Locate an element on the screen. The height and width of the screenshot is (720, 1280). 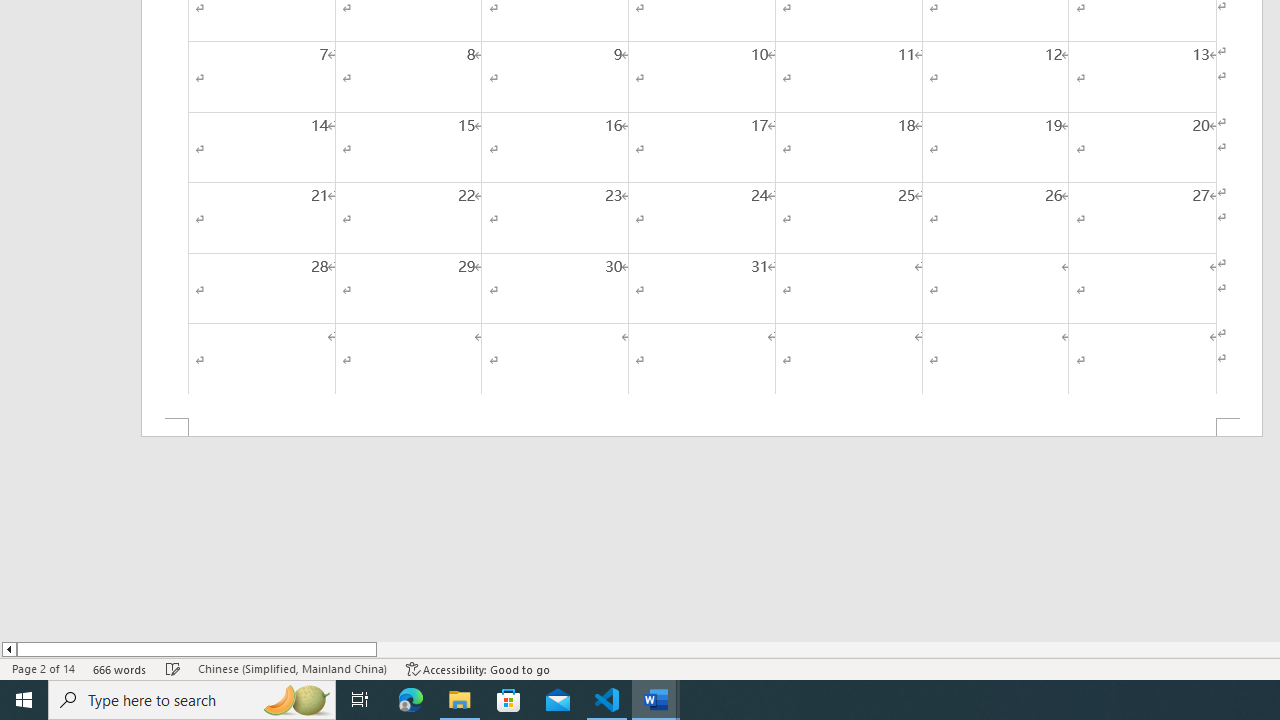
'Footer -Section 1-' is located at coordinates (702, 426).